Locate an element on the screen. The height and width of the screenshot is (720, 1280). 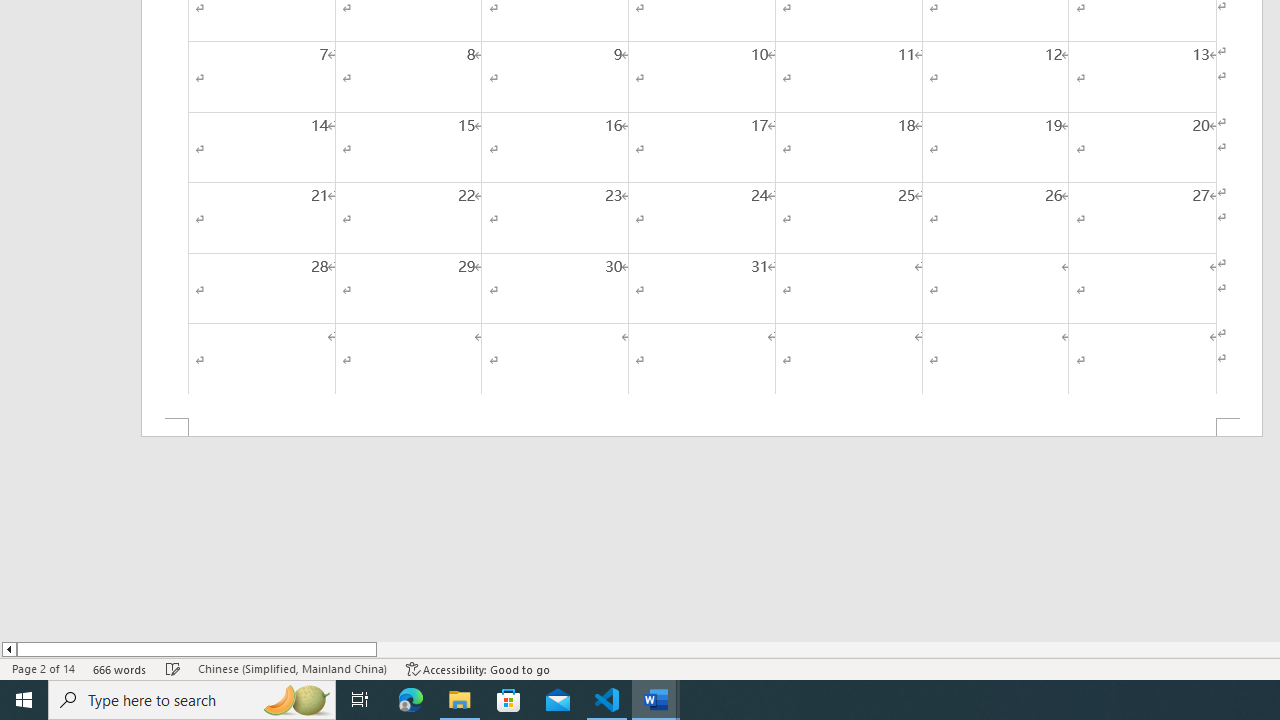
'Footer -Section 1-' is located at coordinates (702, 426).